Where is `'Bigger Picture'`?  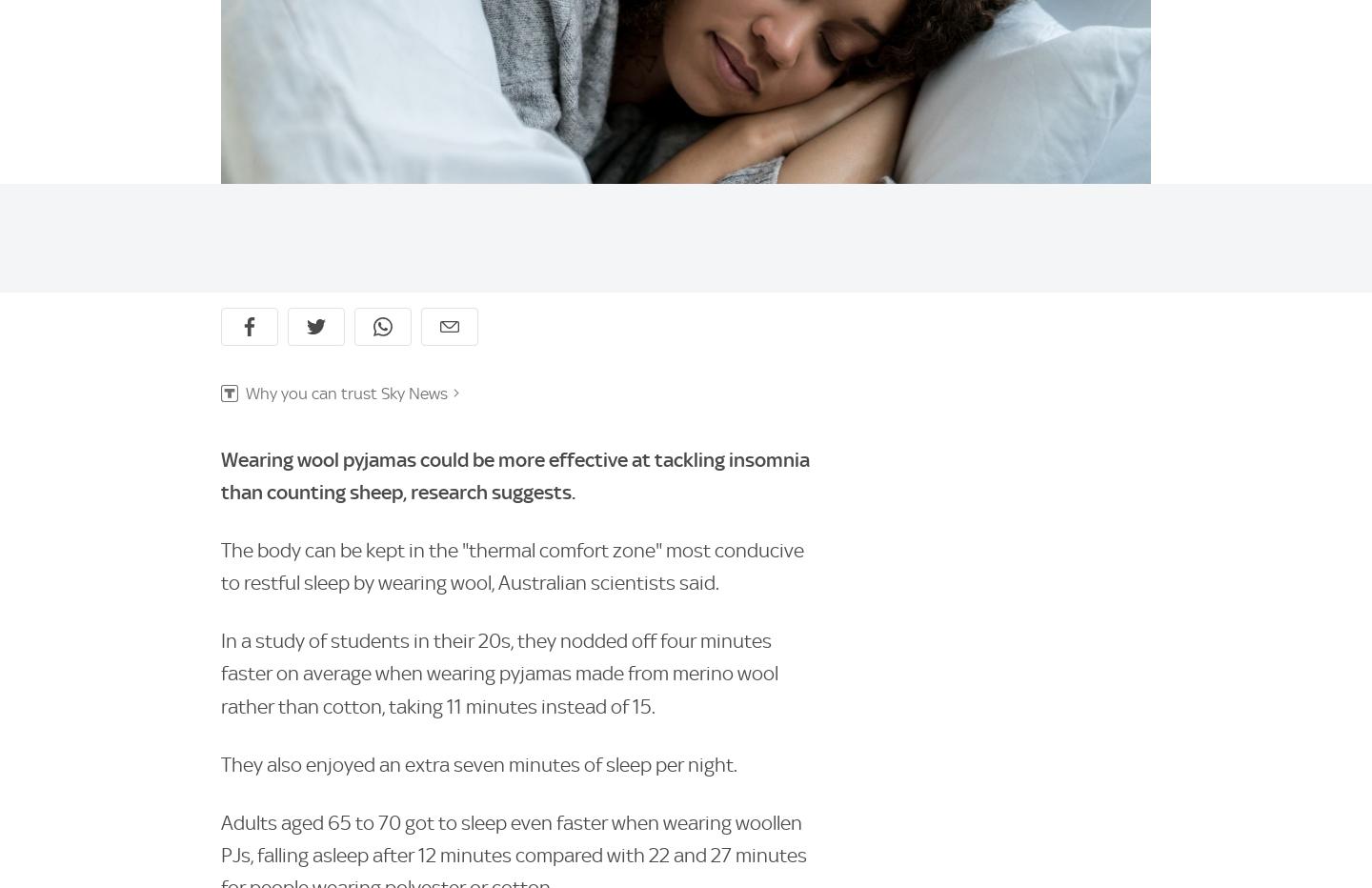 'Bigger Picture' is located at coordinates (998, 606).